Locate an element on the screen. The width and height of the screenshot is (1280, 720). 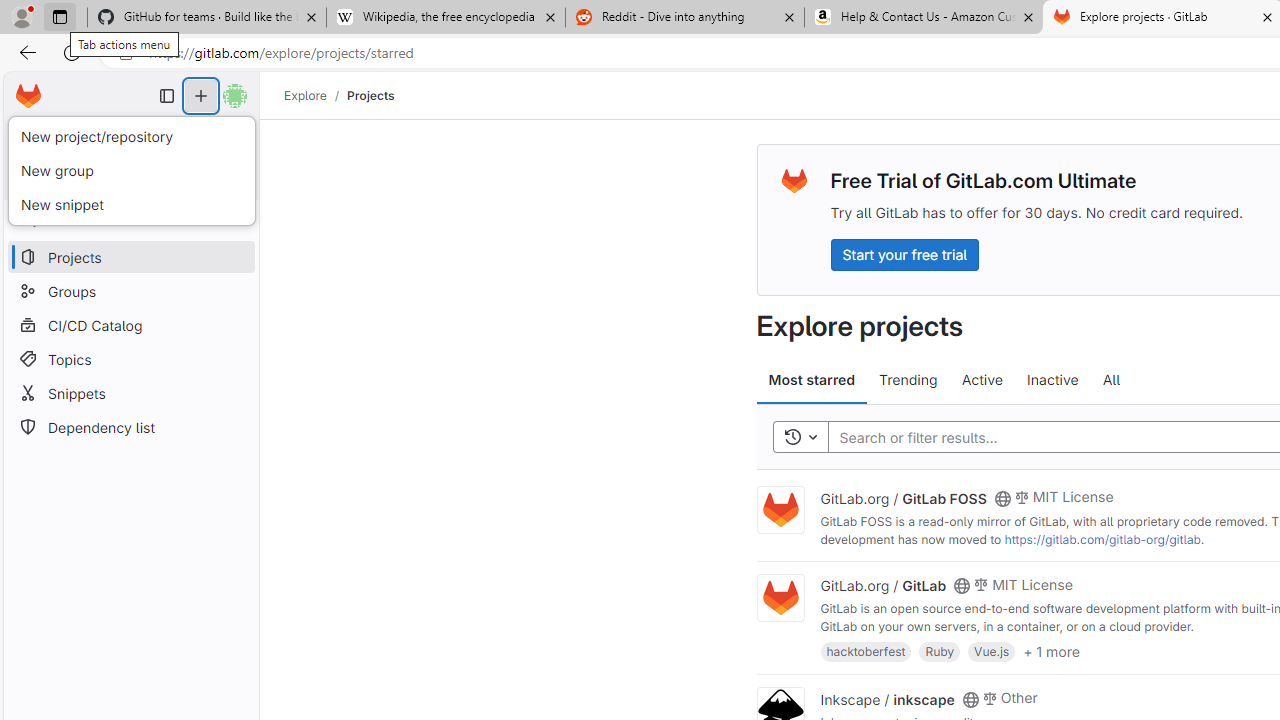
'Start your free trial' is located at coordinates (903, 253).